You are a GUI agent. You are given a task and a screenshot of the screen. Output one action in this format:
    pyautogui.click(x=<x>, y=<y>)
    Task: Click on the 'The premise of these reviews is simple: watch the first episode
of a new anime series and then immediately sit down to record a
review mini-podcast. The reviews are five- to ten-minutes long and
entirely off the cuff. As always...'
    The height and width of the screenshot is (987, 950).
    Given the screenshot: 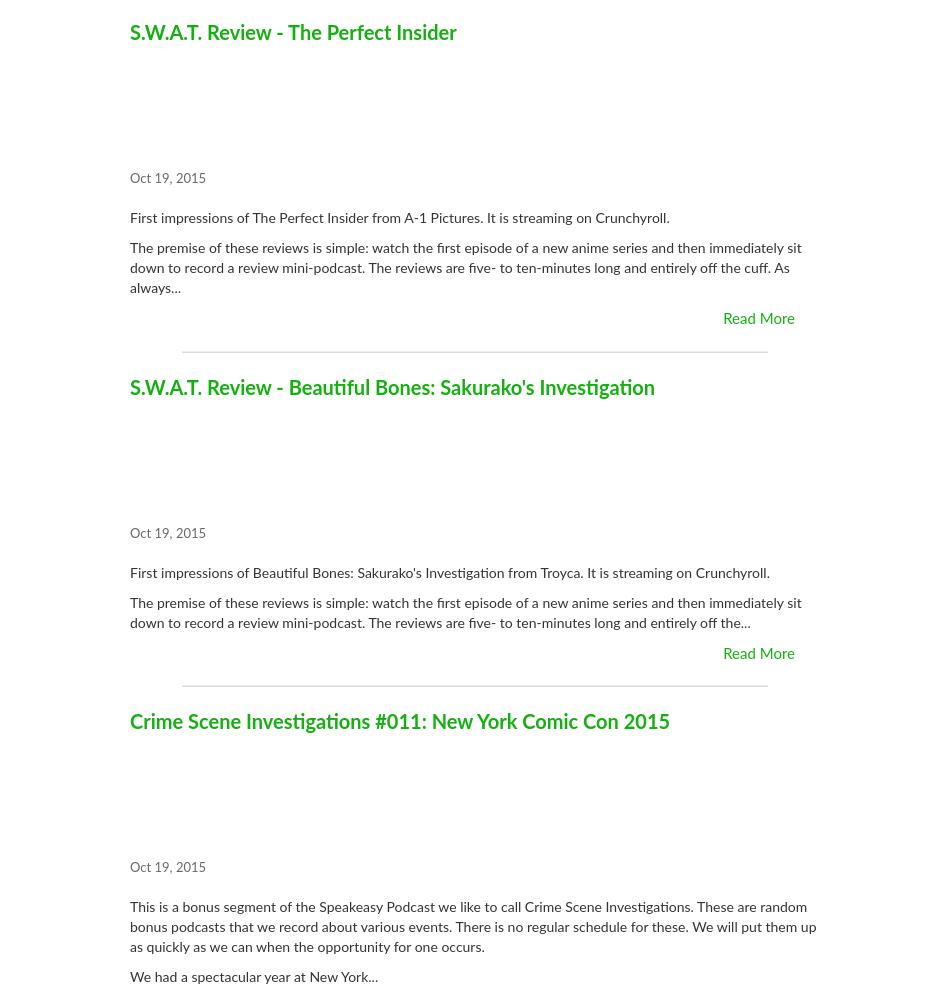 What is the action you would take?
    pyautogui.click(x=464, y=268)
    